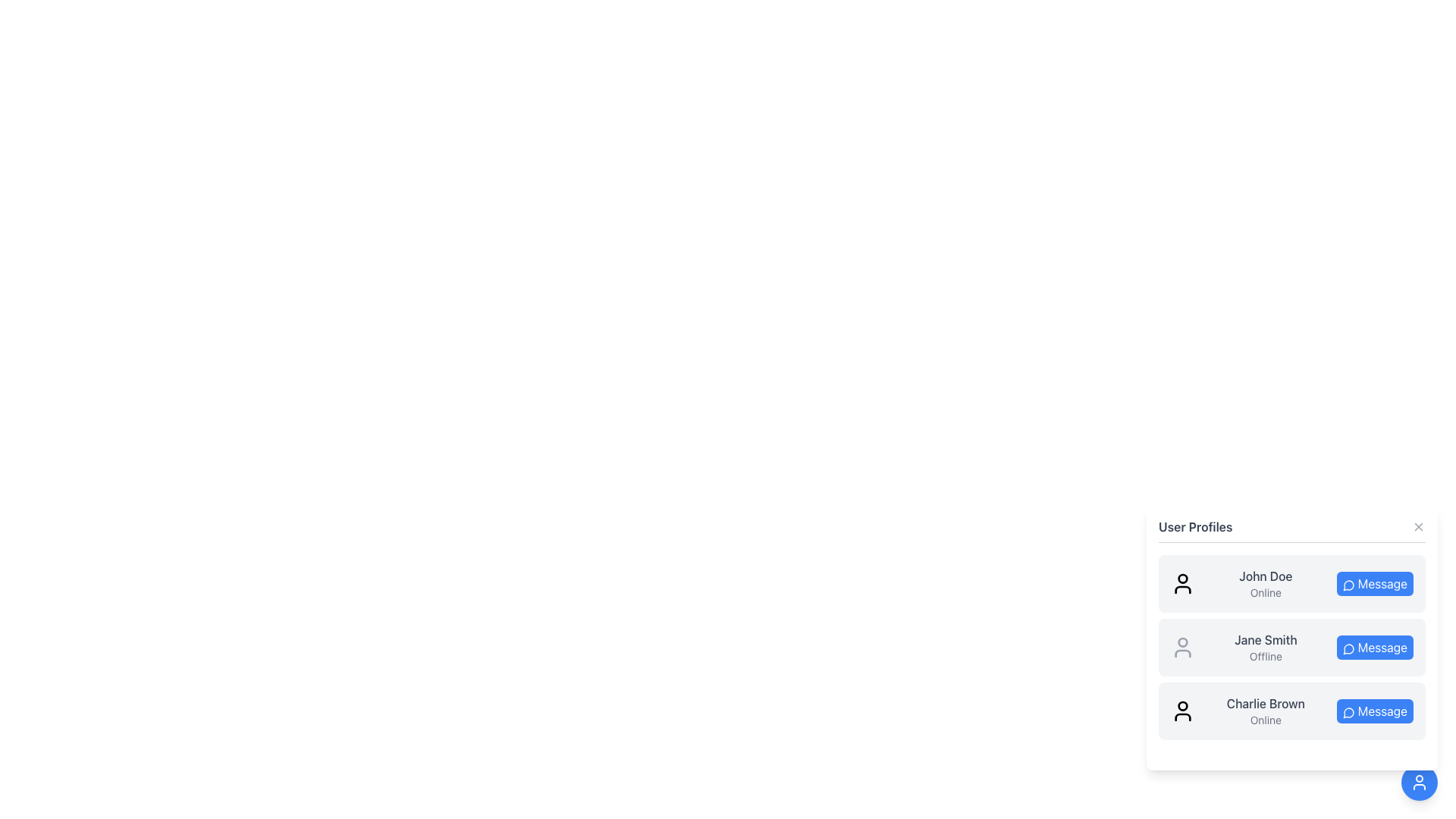 The height and width of the screenshot is (819, 1456). I want to click on the 'X' icon close button located in the top-right corner of the user profile panel, so click(1418, 526).